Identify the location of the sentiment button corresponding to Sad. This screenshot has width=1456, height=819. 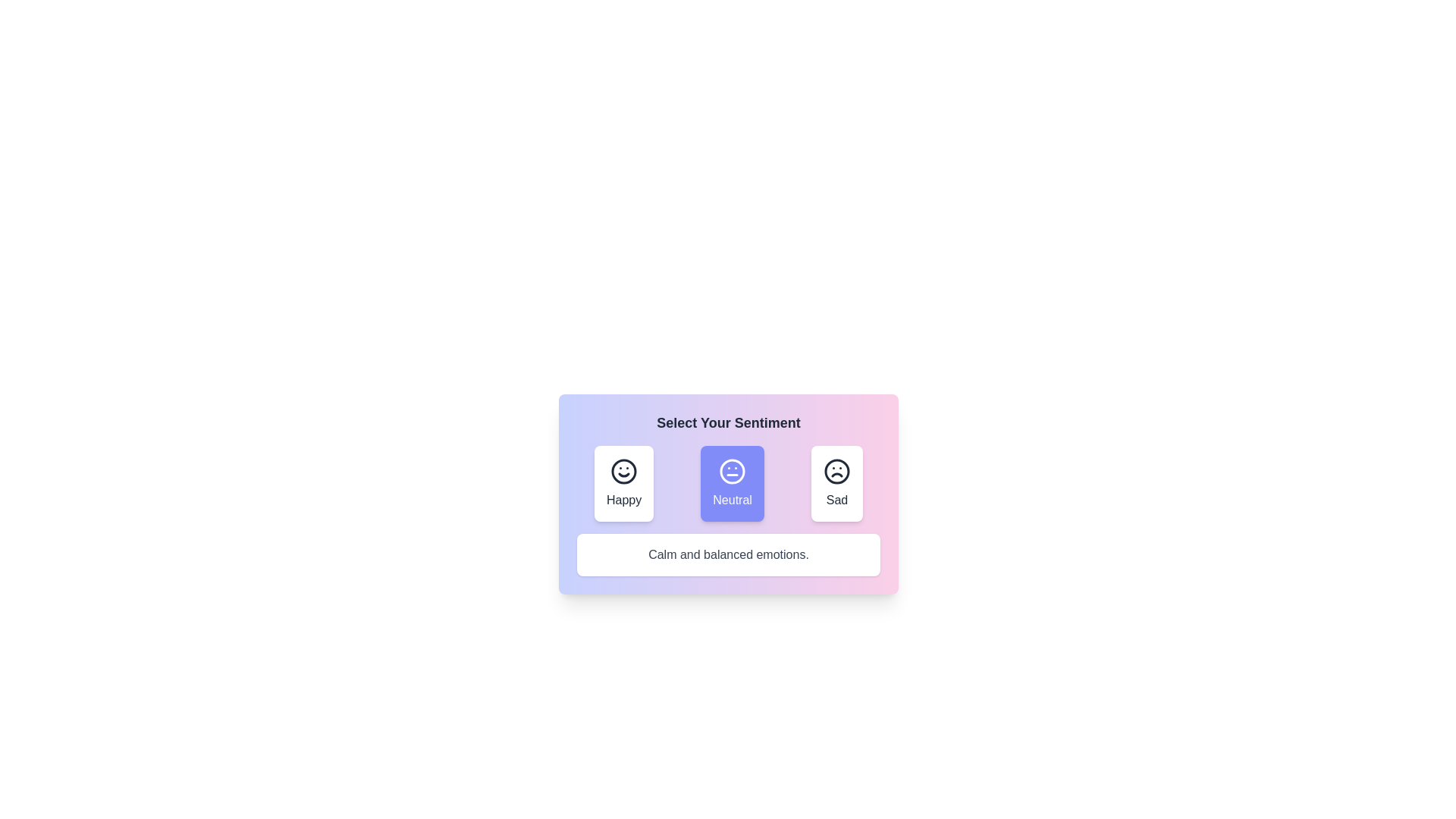
(836, 483).